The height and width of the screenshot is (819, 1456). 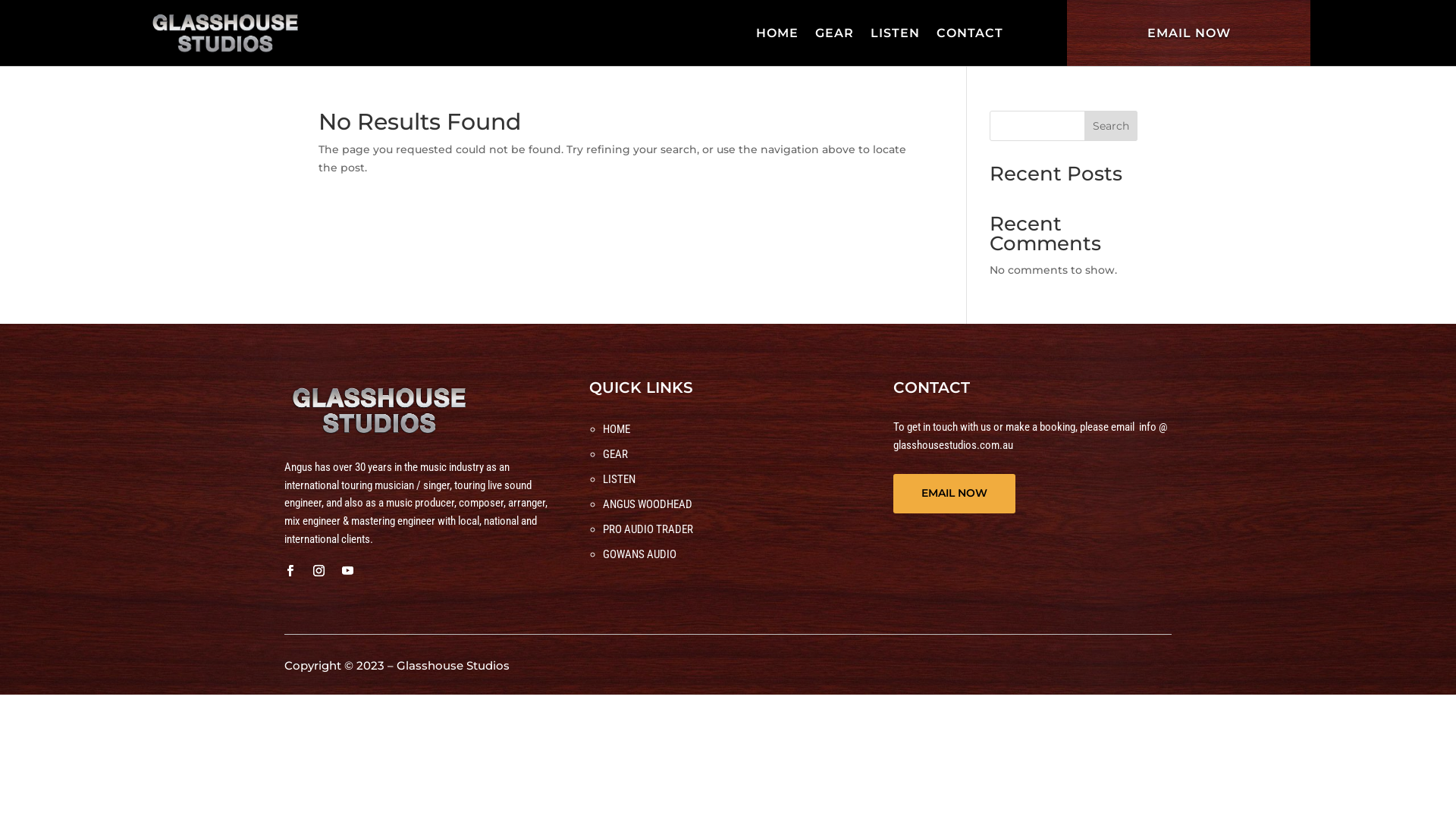 I want to click on 'Search', so click(x=1110, y=124).